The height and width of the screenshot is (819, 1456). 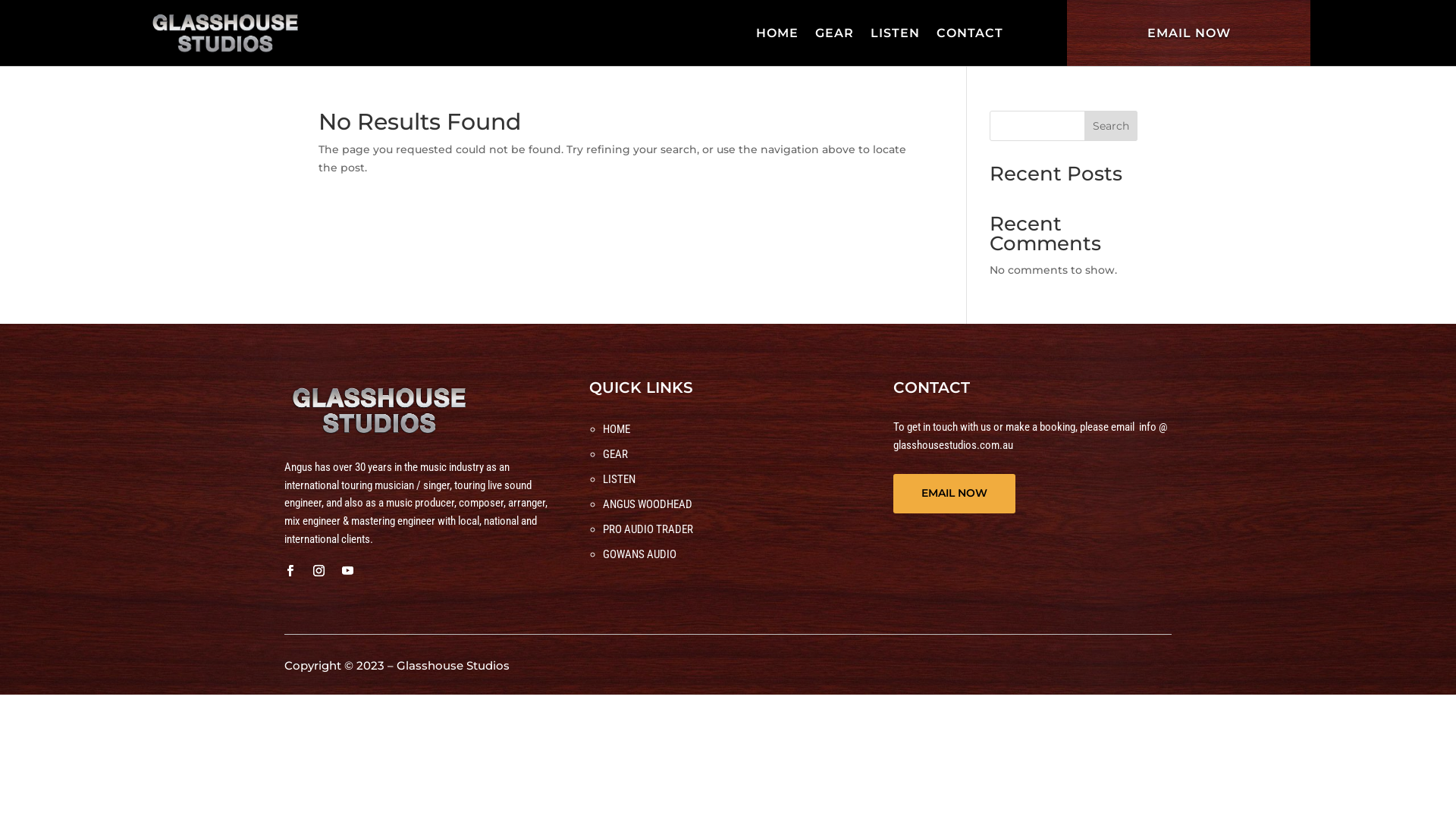 I want to click on 'Search', so click(x=1110, y=124).